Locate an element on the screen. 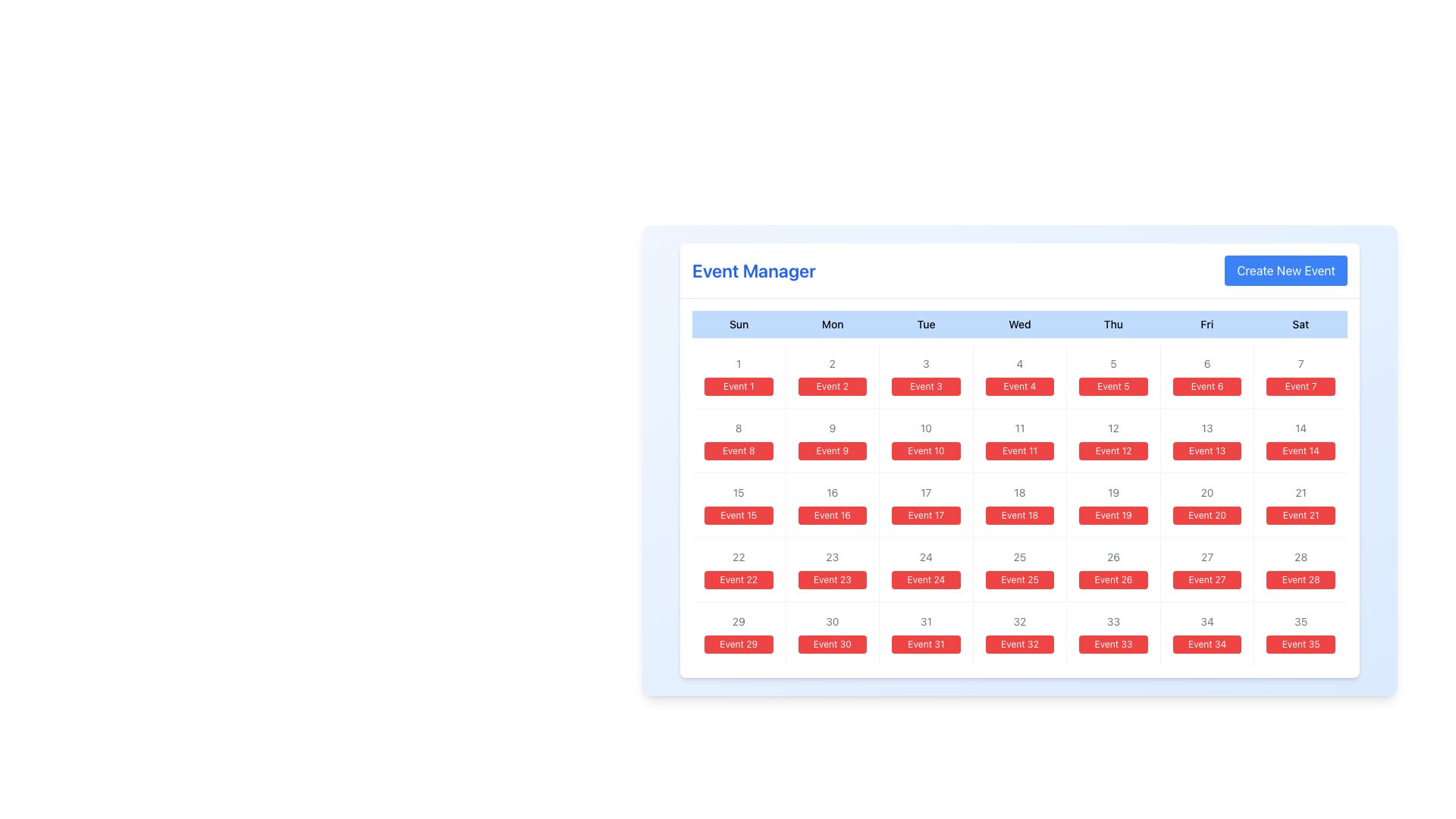  the red button labeled 'Event 28' located in the bottom row of the calendar interface, which is positioned below the cell labeled '28' in the Saturday column is located at coordinates (1300, 579).